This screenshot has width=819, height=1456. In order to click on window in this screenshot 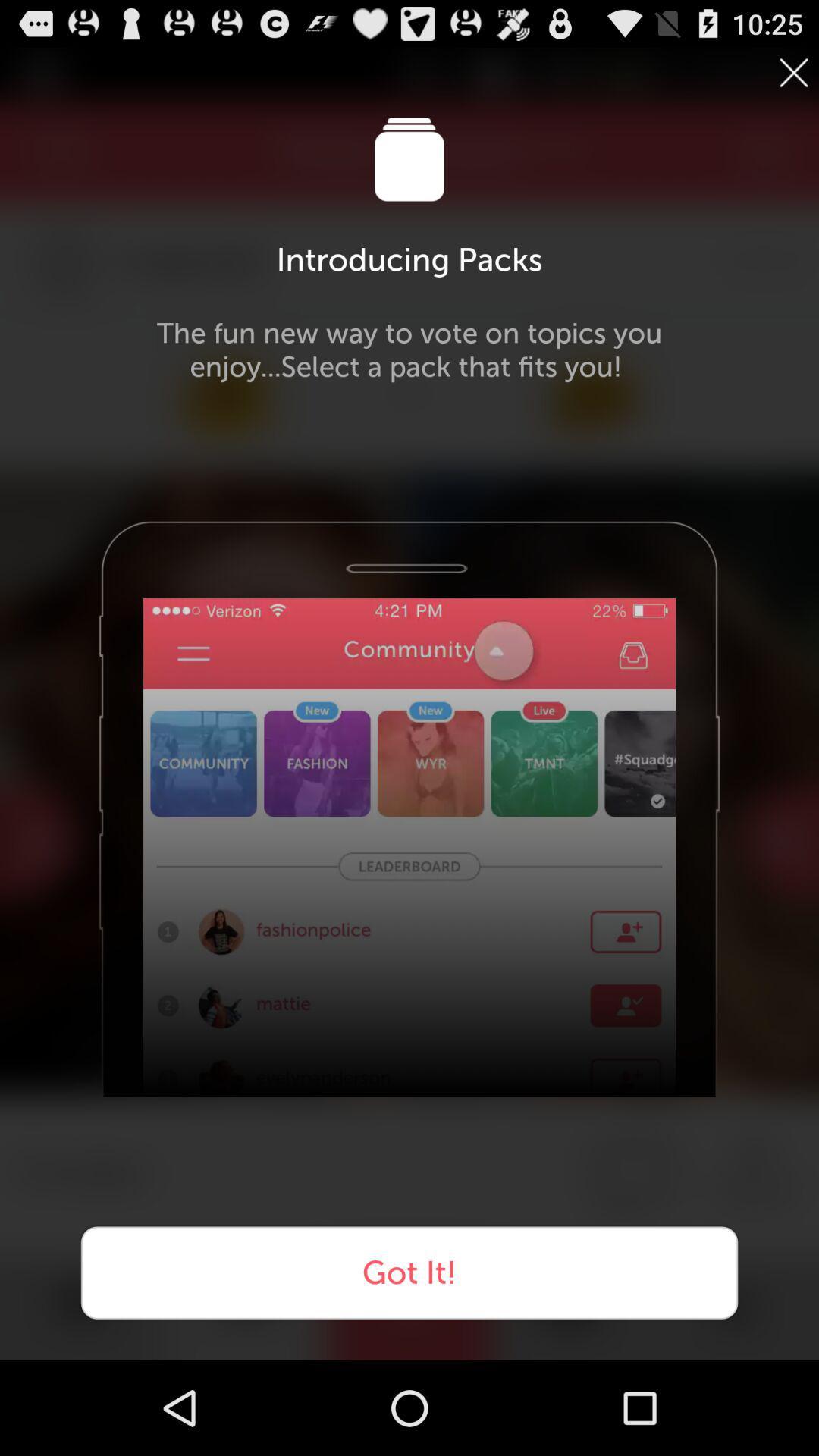, I will do `click(792, 72)`.